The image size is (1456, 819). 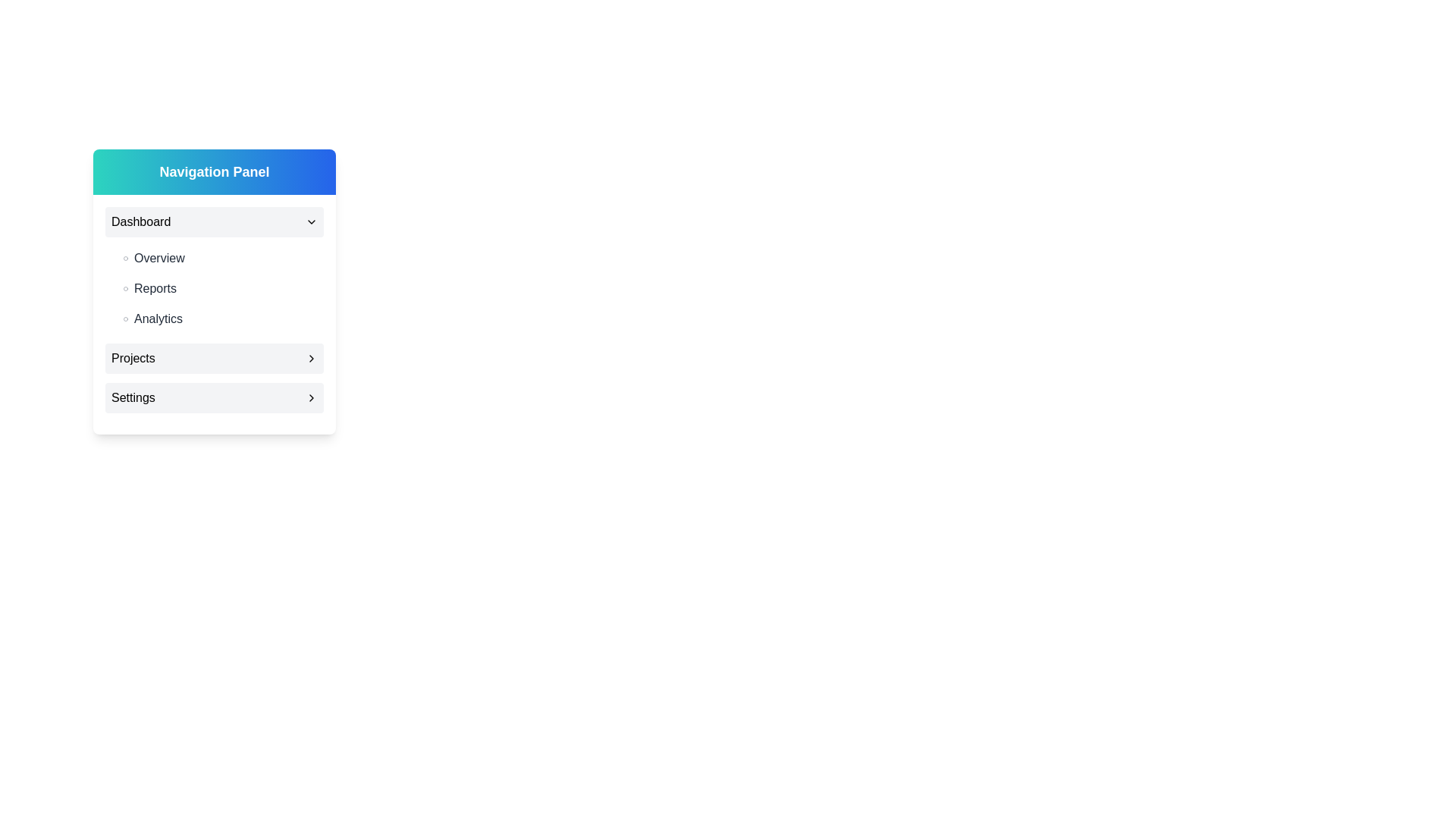 I want to click on the navigation menu item labeled 'Overview', so click(x=220, y=257).